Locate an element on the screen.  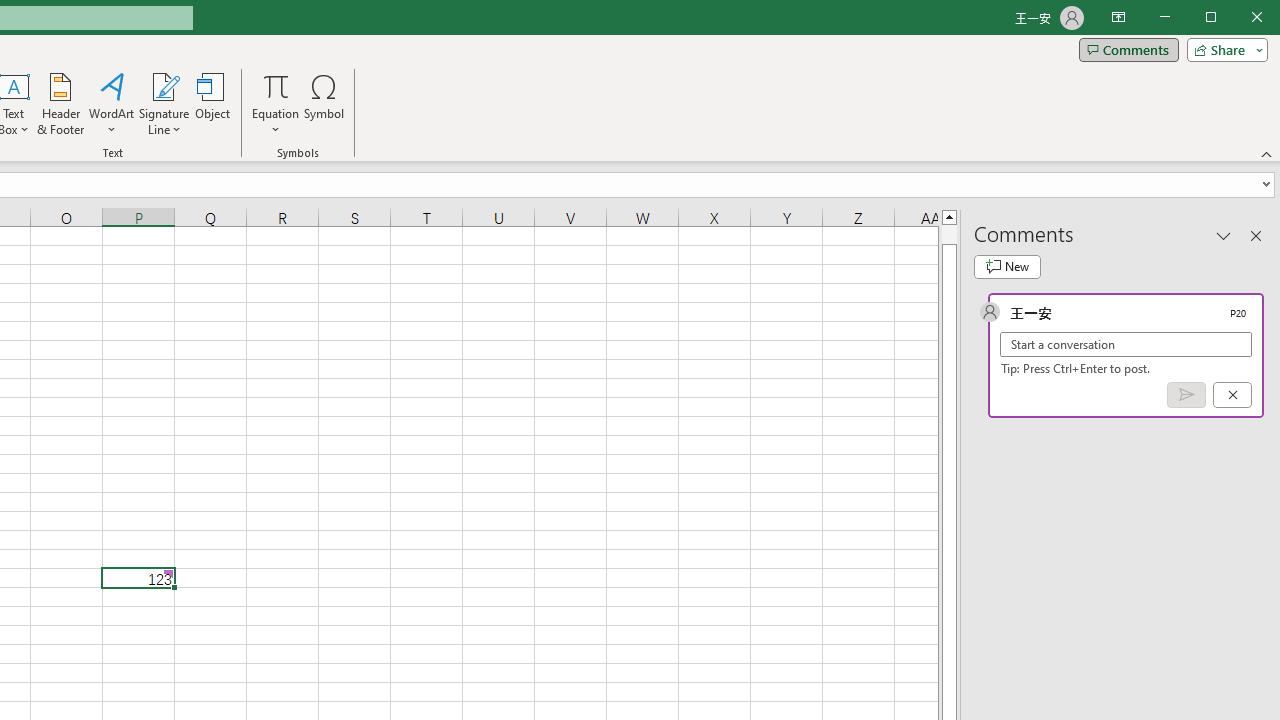
'Equation' is located at coordinates (274, 104).